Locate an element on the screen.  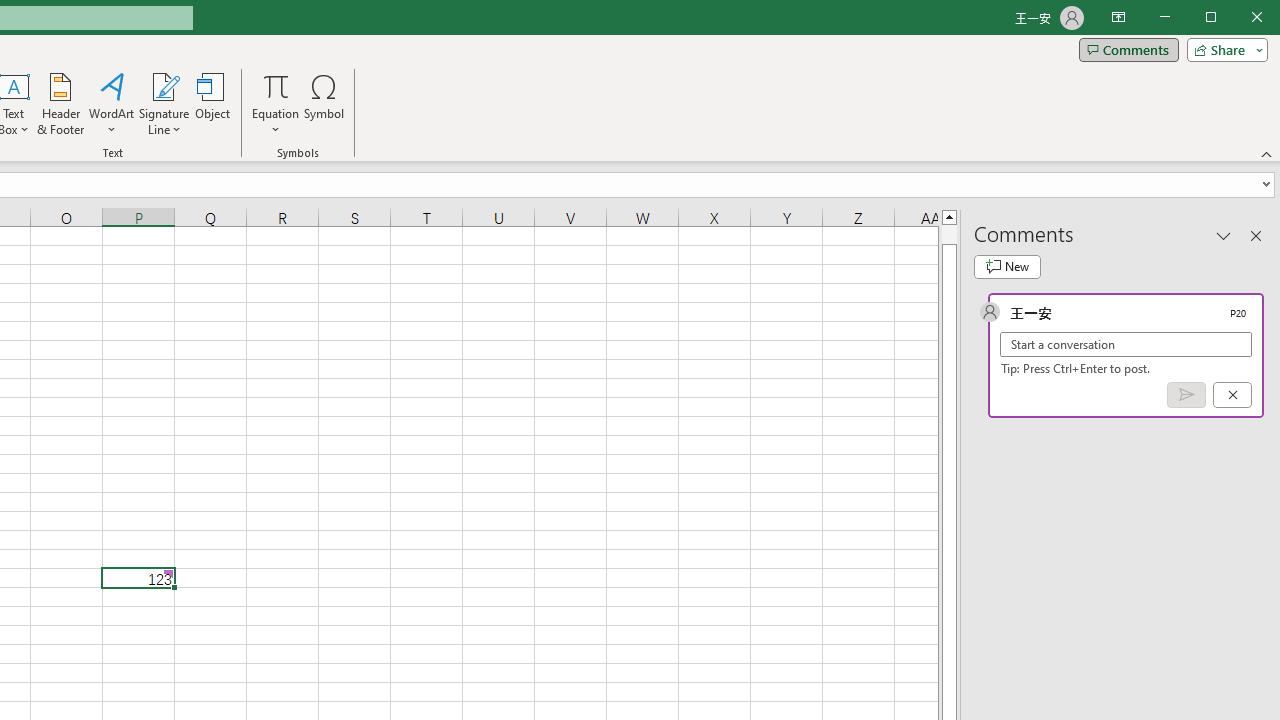
'Equation' is located at coordinates (274, 104).